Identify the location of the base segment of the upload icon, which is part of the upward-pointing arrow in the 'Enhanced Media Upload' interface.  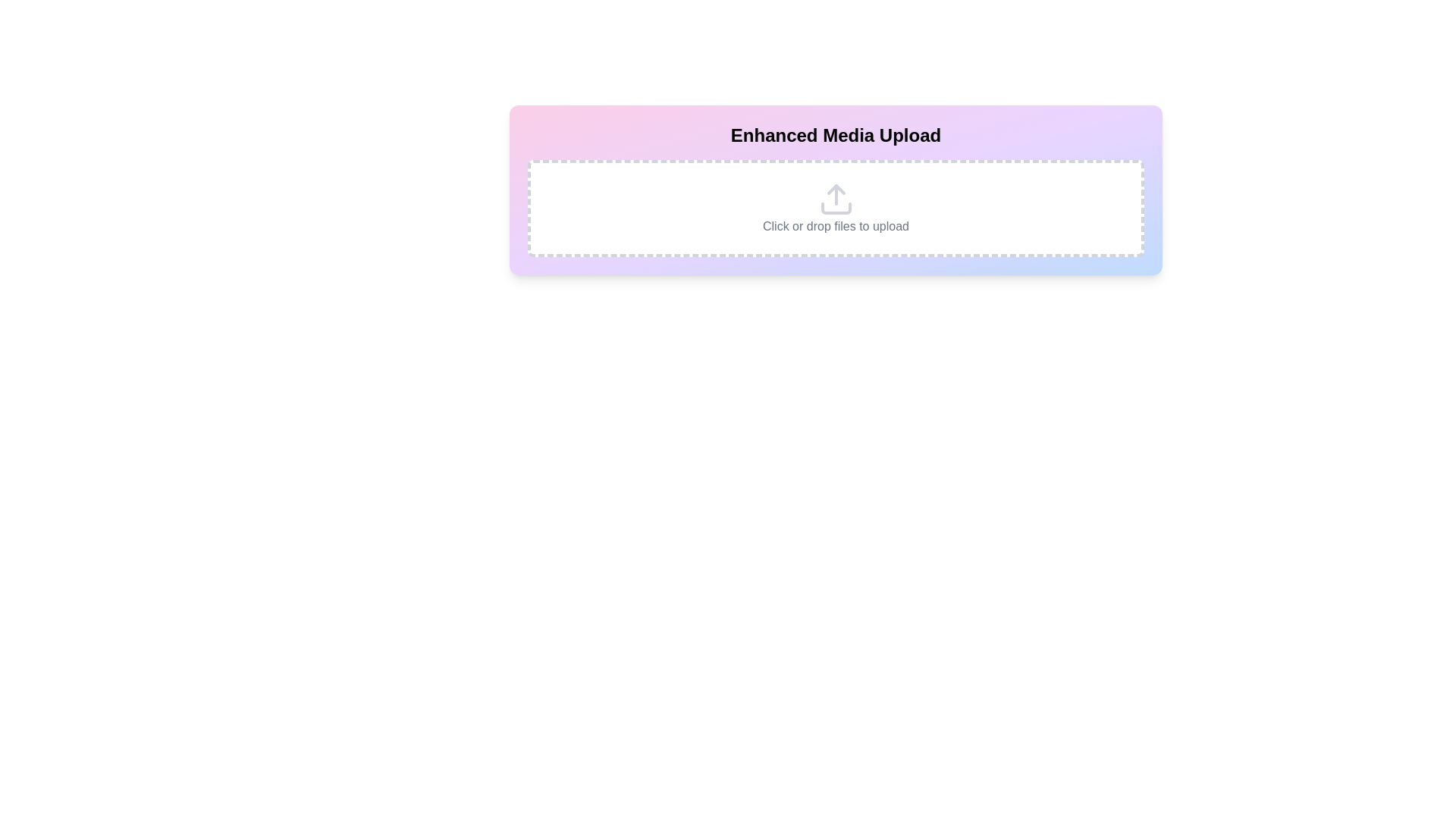
(835, 208).